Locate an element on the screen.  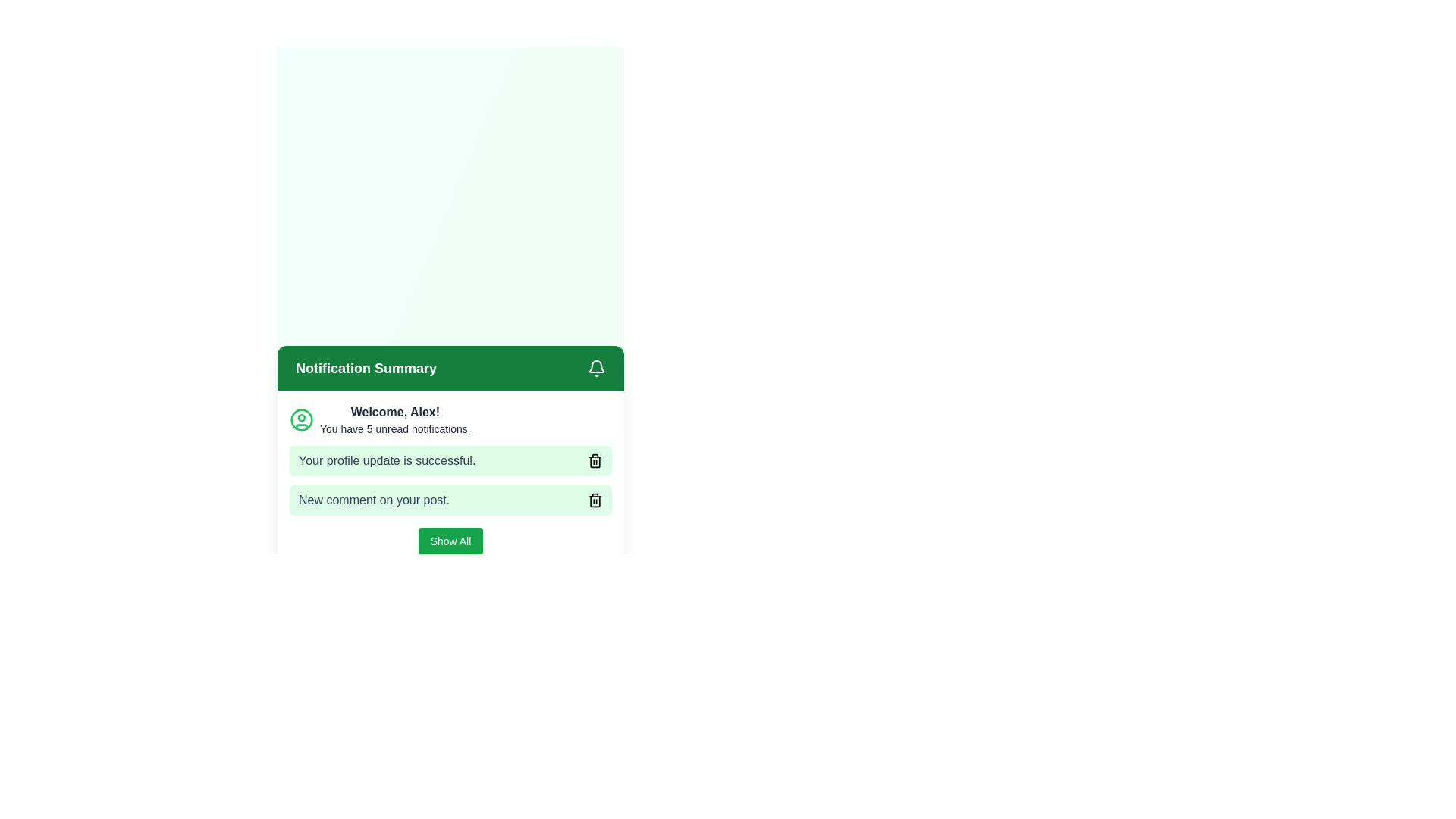
the static text notification that informs the user about a new comment on their post is located at coordinates (374, 500).